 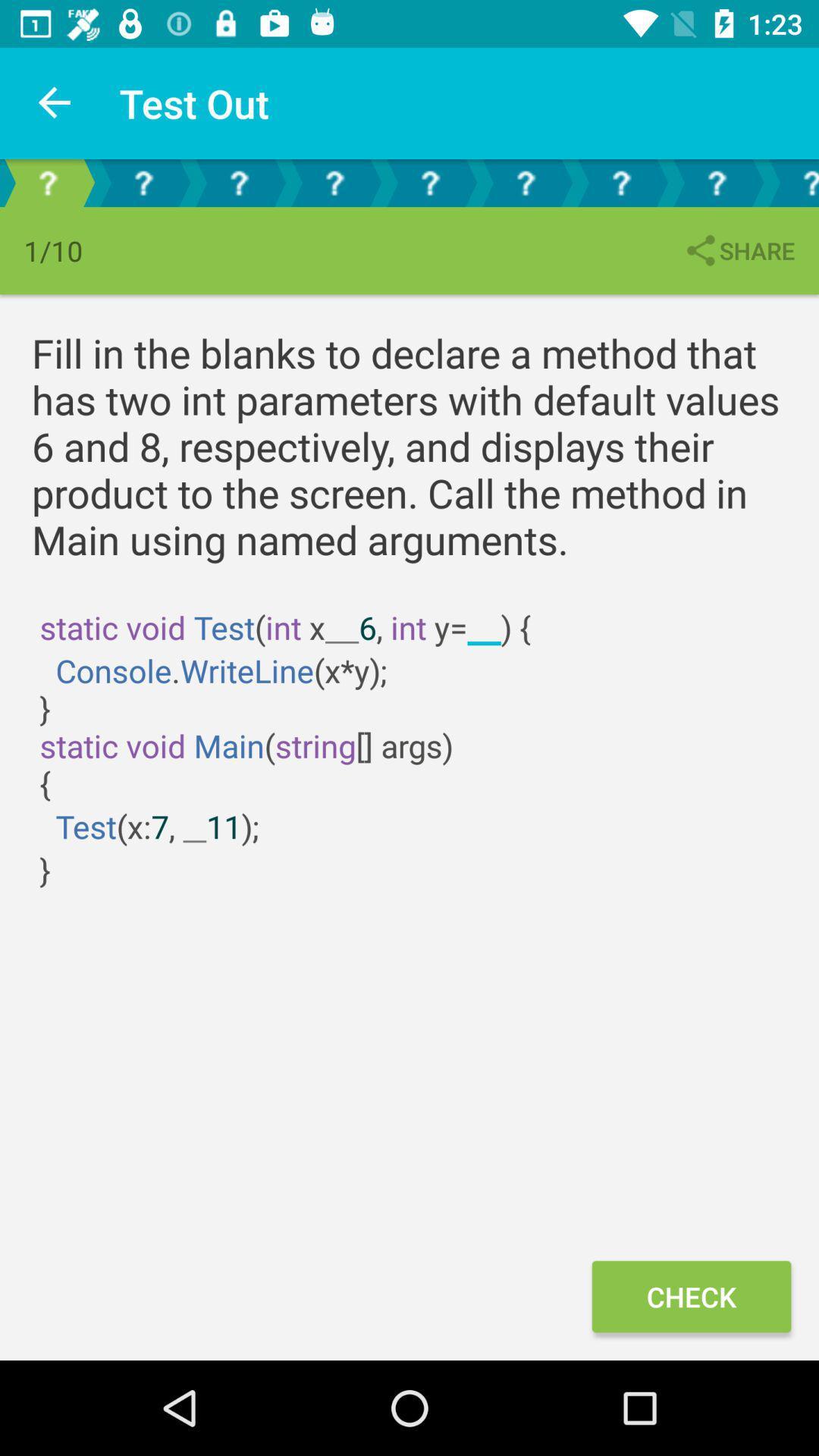 What do you see at coordinates (333, 182) in the screenshot?
I see `the help icon` at bounding box center [333, 182].